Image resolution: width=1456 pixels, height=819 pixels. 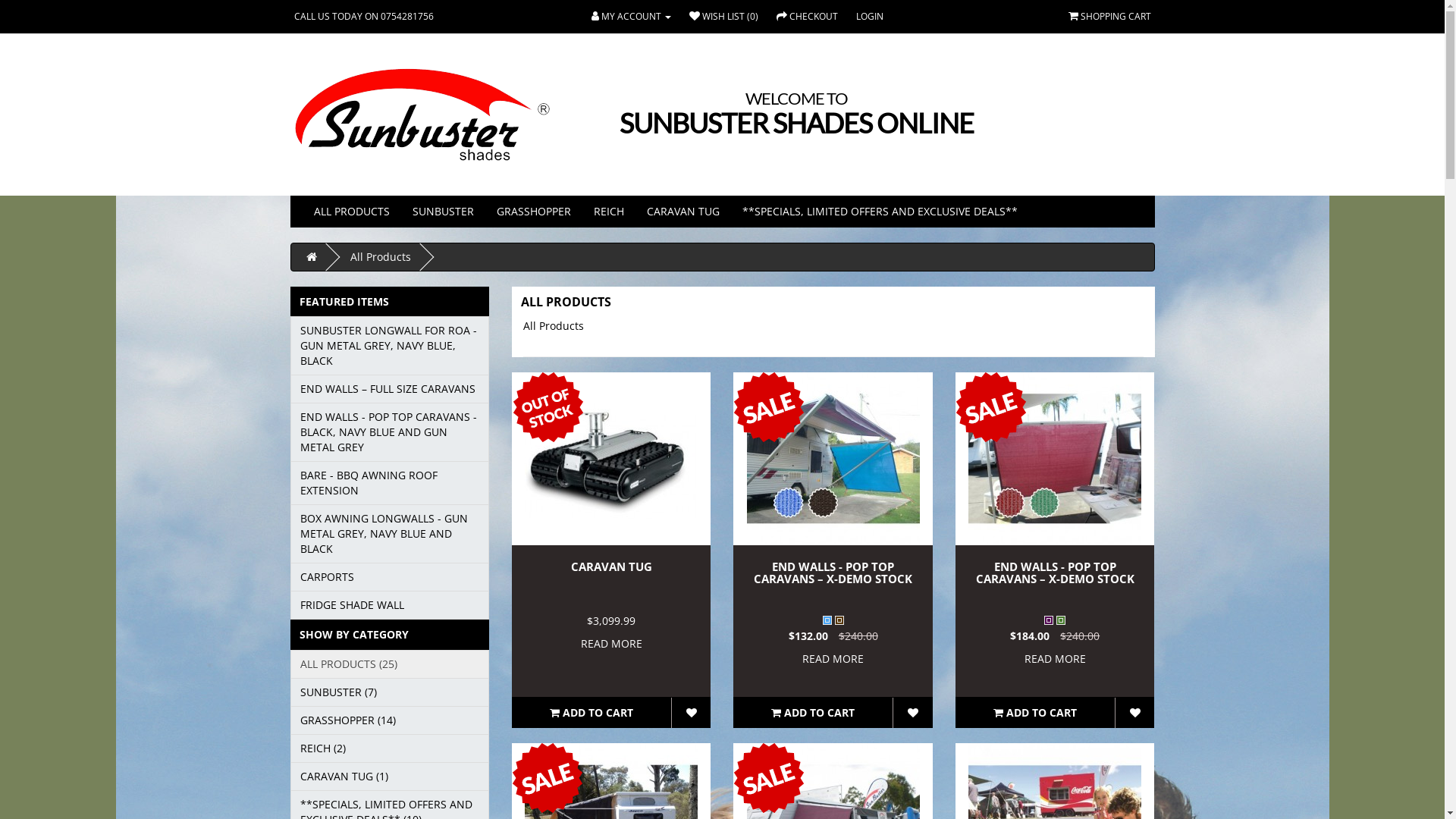 I want to click on 'CARAVAN TUG (1)', so click(x=290, y=776).